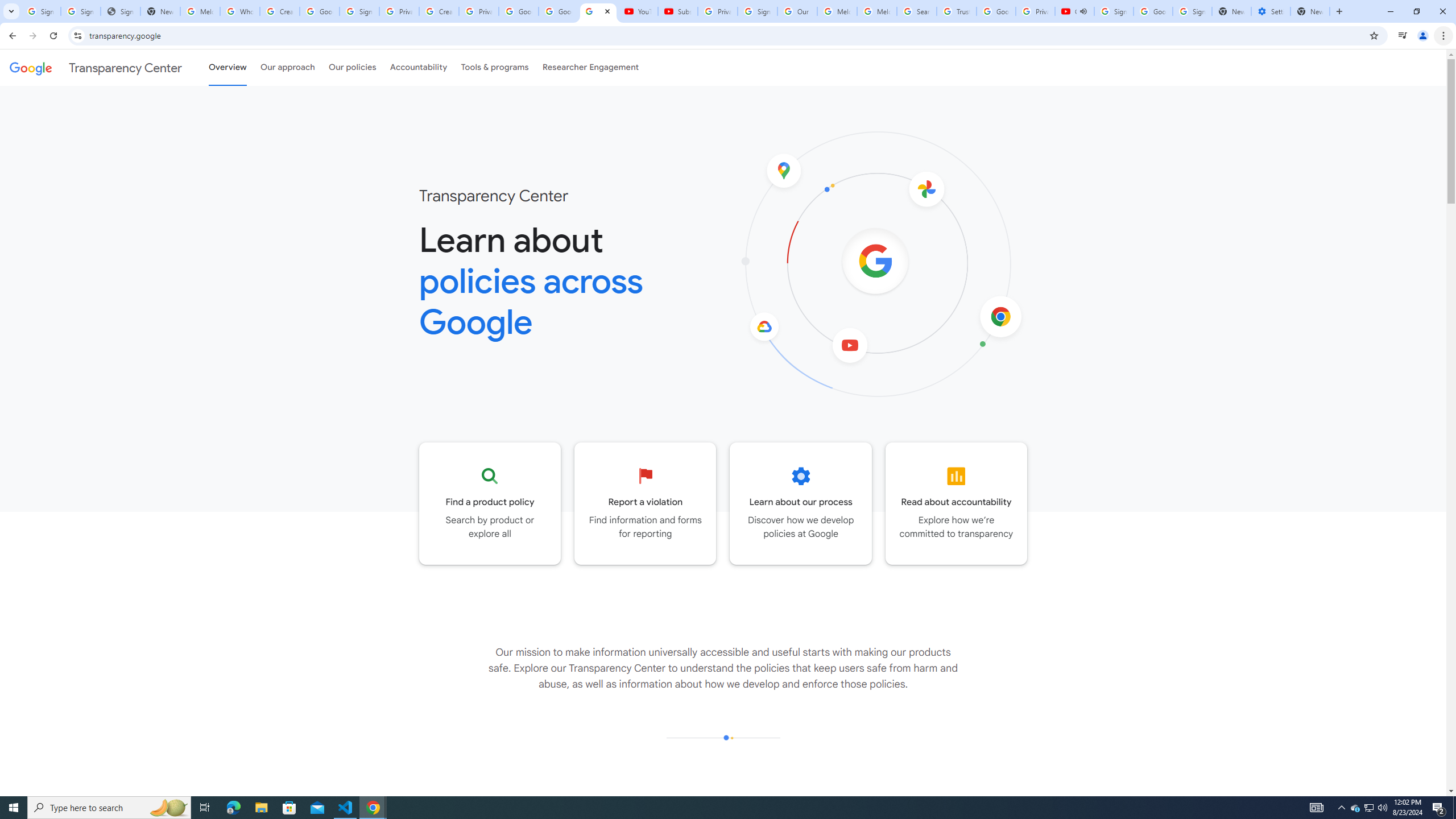  I want to click on 'Transparency Center', so click(95, 67).